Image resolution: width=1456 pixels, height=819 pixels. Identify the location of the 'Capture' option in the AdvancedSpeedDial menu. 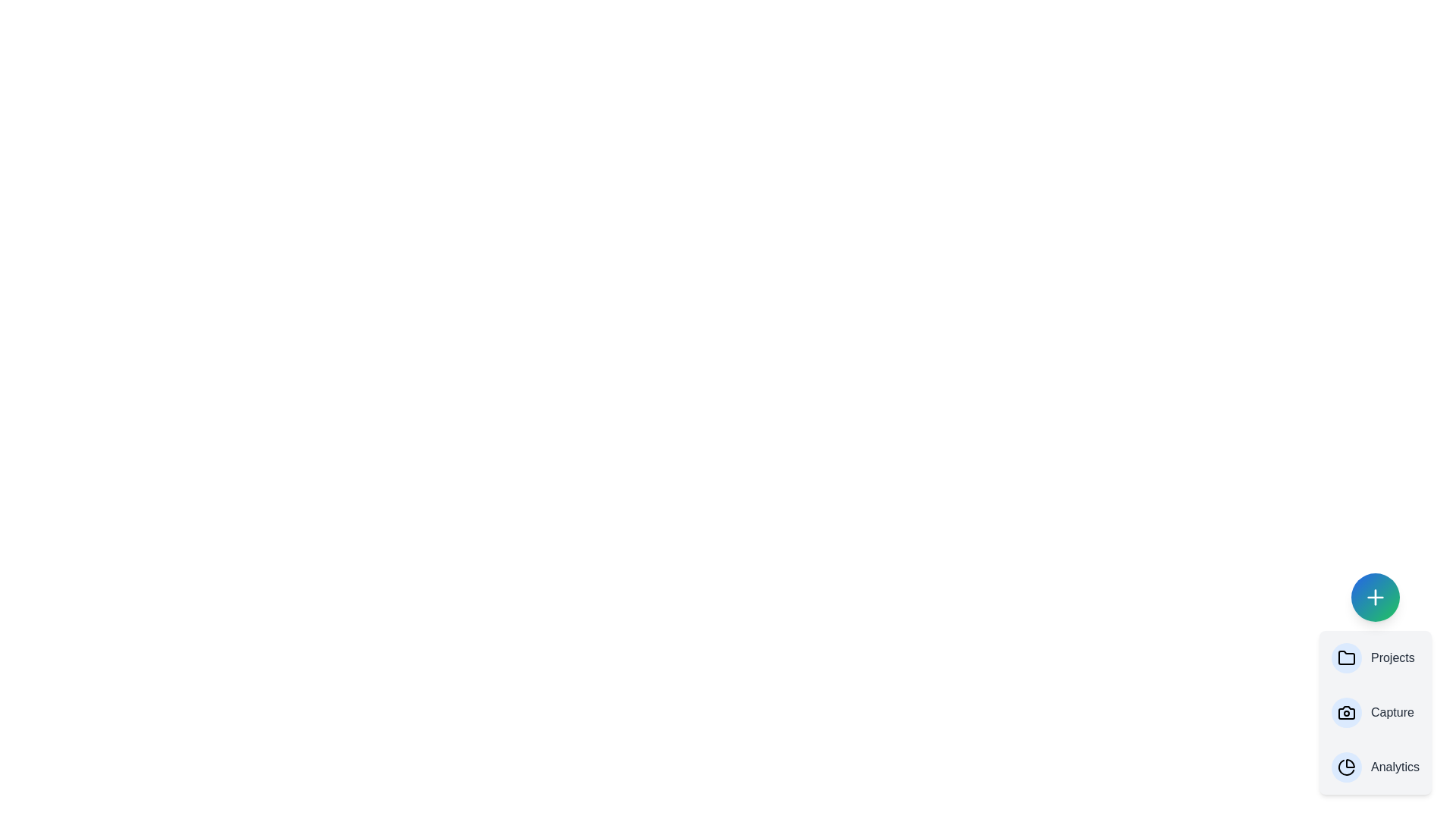
(1376, 713).